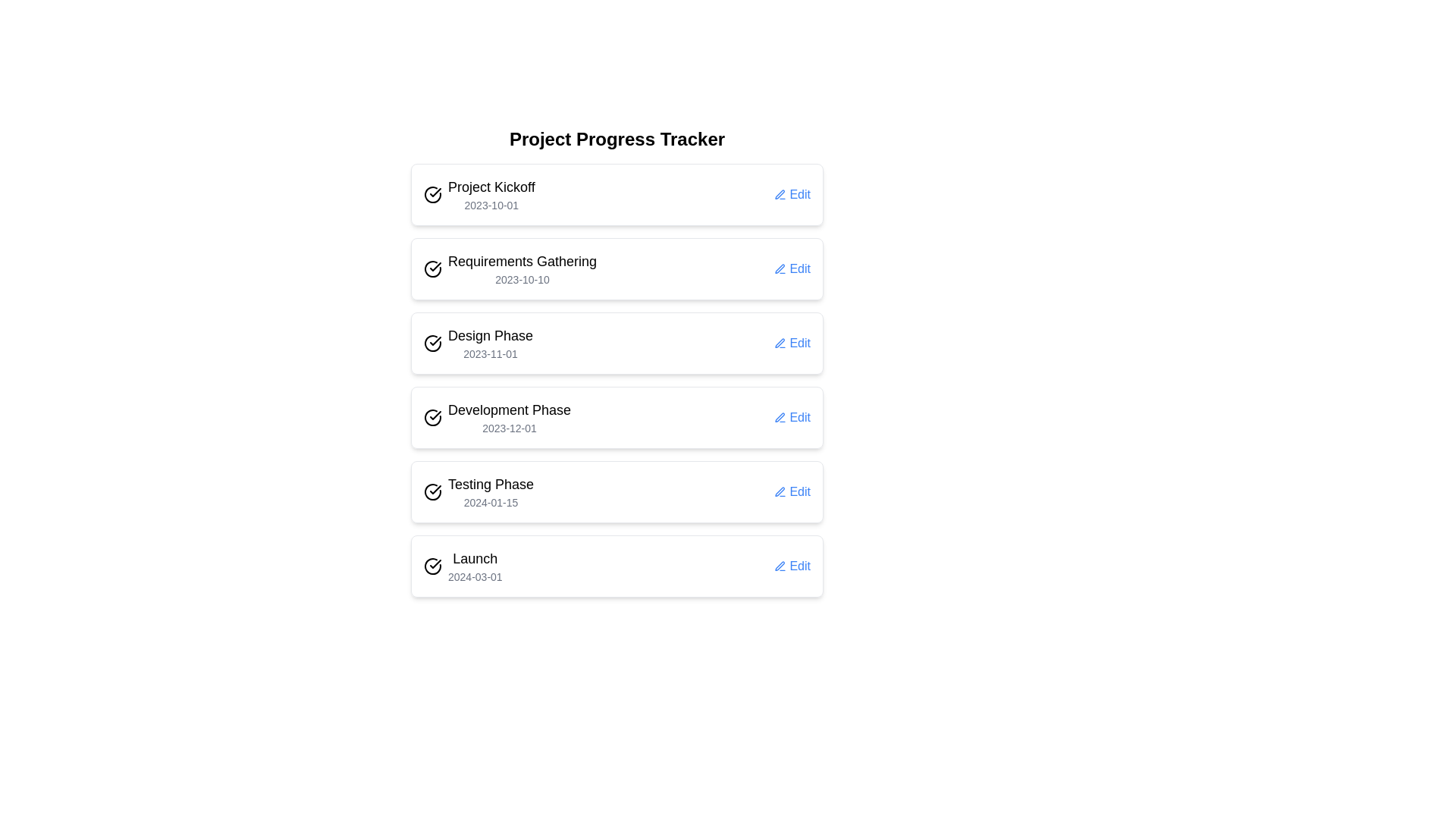 This screenshot has width=1456, height=819. What do you see at coordinates (792, 491) in the screenshot?
I see `the edit button located on the far-right edge of the 'Testing Phase' row` at bounding box center [792, 491].